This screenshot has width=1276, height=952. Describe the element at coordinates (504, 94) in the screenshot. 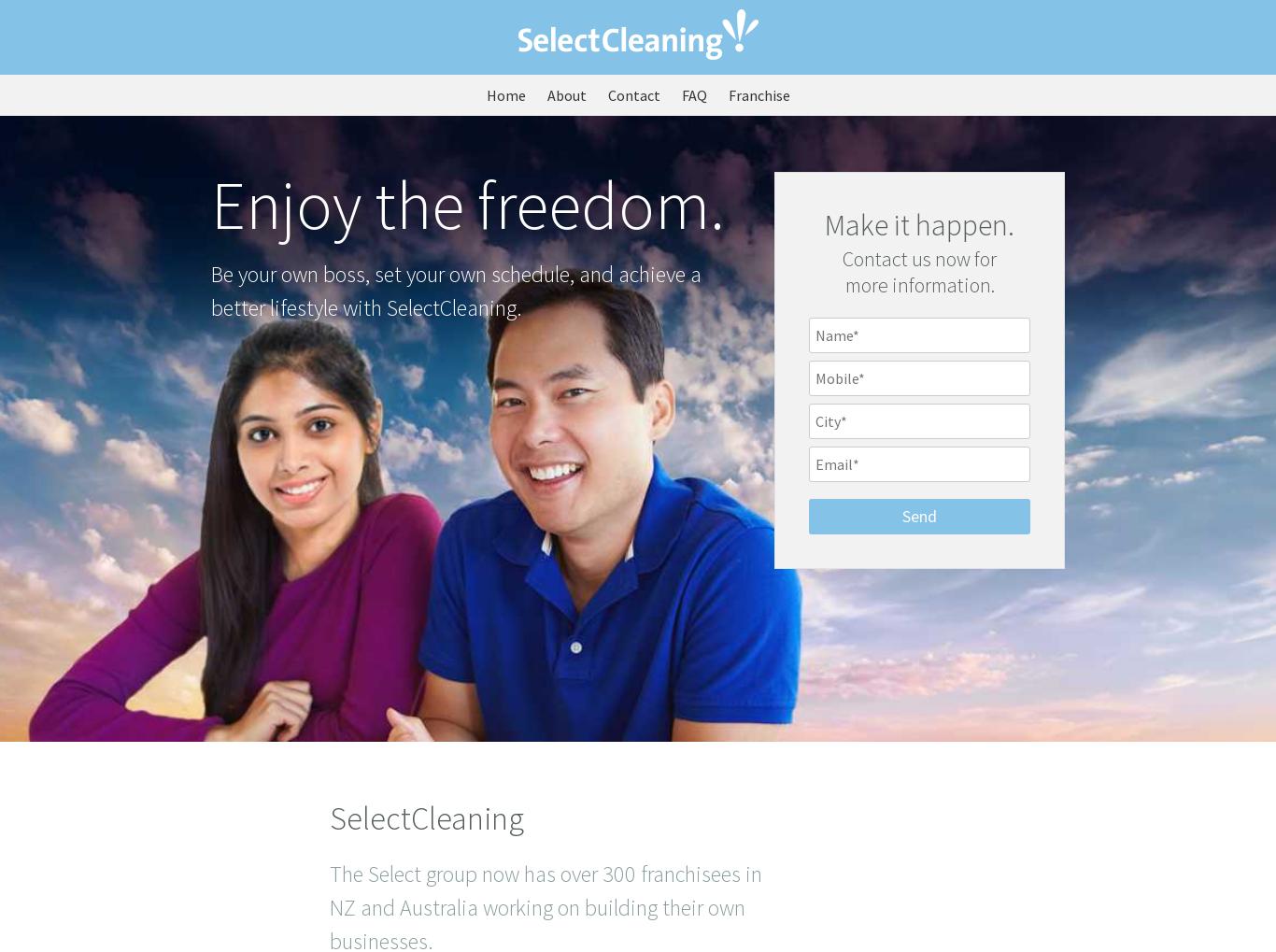

I see `'Home'` at that location.